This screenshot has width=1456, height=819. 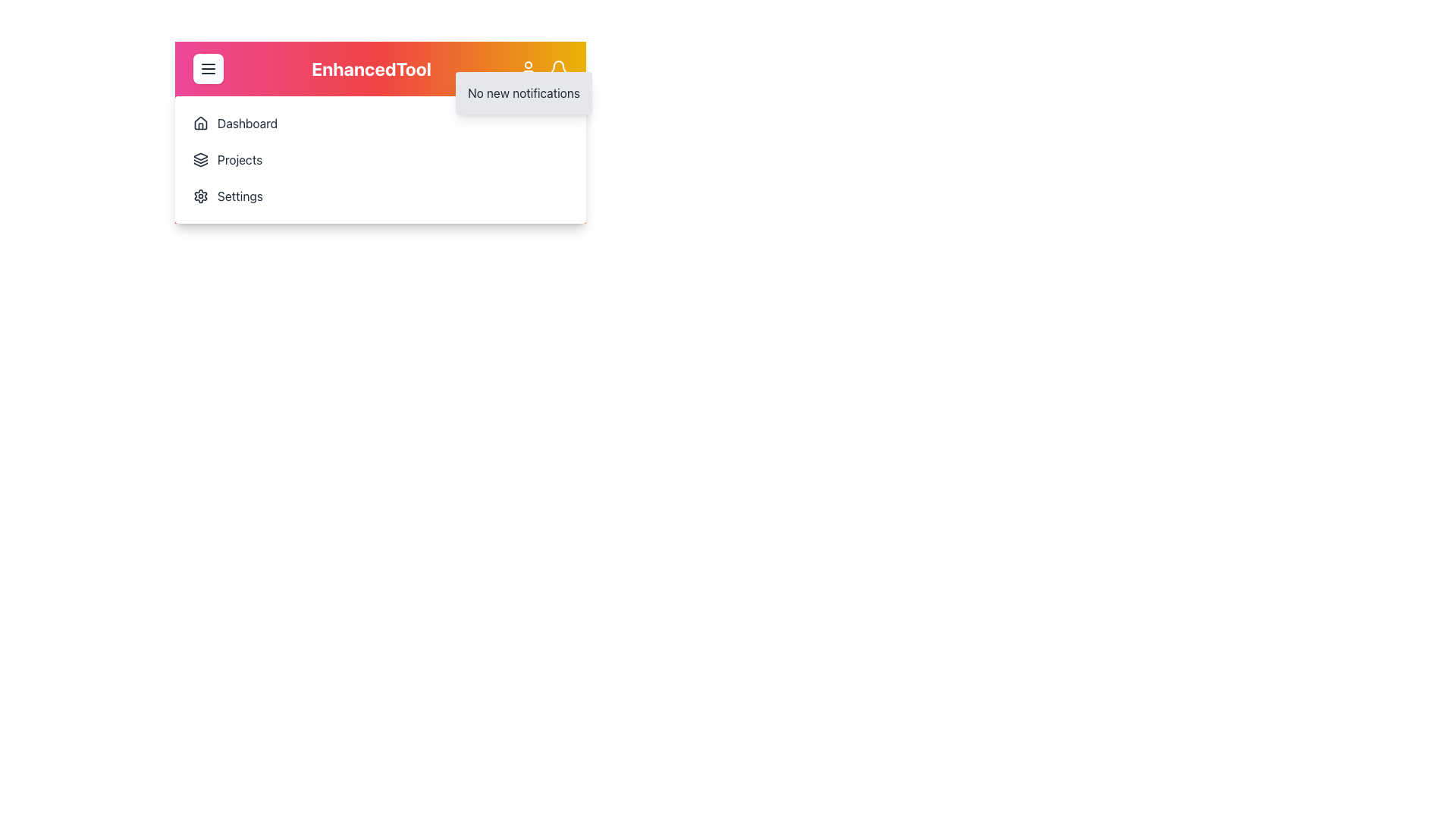 What do you see at coordinates (558, 69) in the screenshot?
I see `the bell icon in the navigation bar` at bounding box center [558, 69].